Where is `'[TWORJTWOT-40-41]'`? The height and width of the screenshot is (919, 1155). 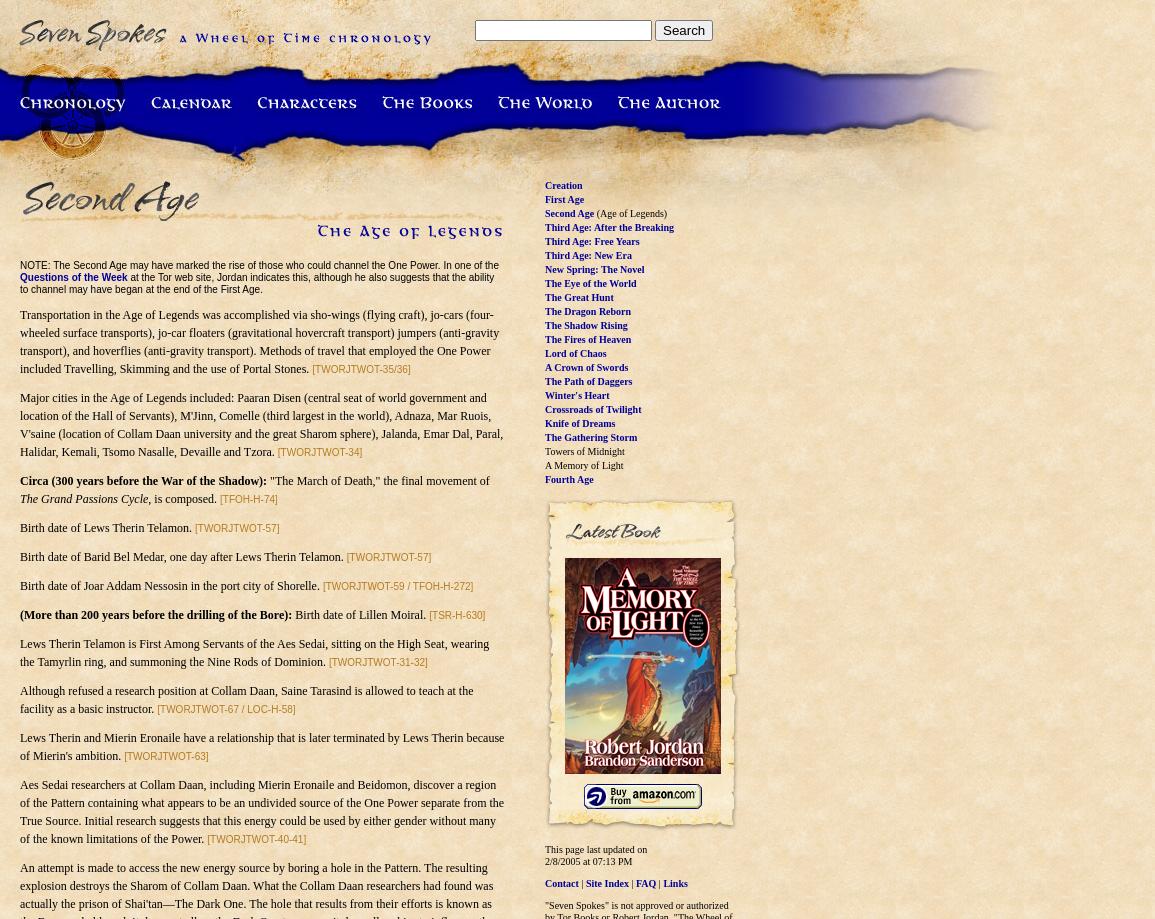 '[TWORJTWOT-40-41]' is located at coordinates (256, 838).